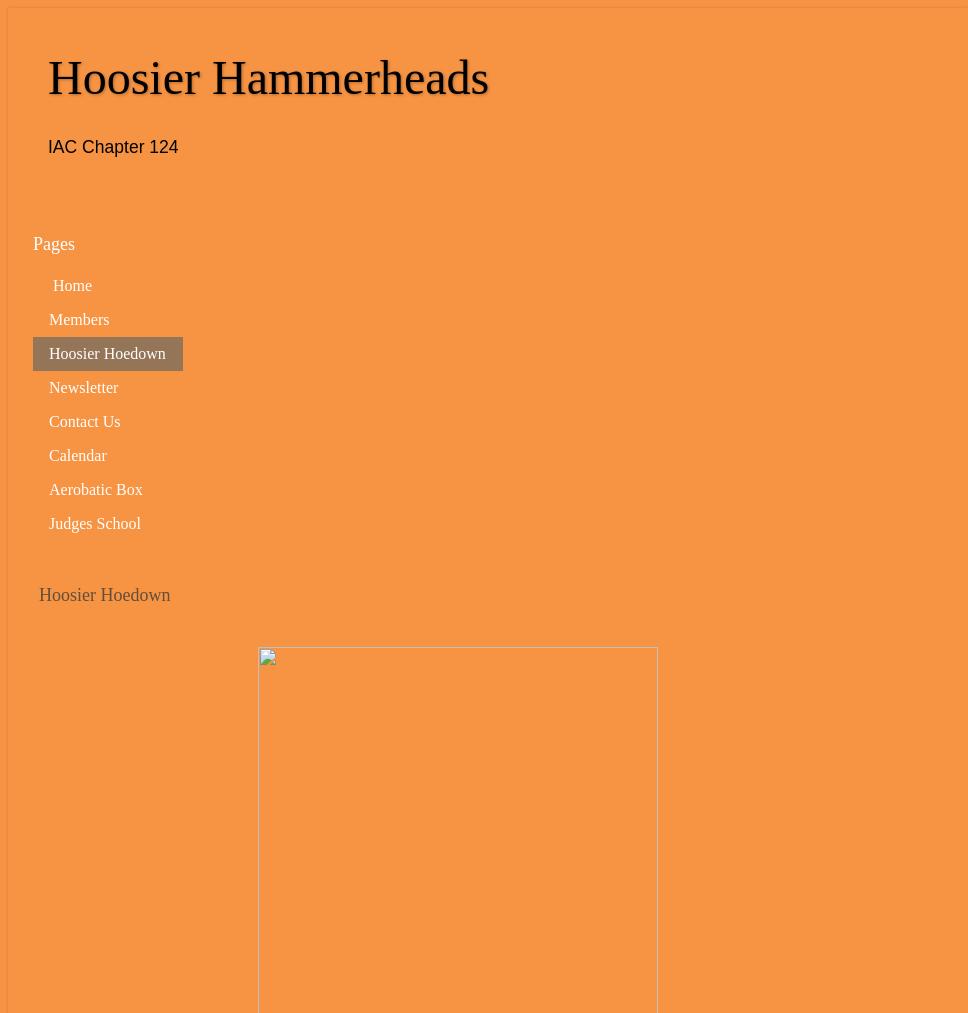 The image size is (968, 1013). I want to click on 'Calendar', so click(76, 453).